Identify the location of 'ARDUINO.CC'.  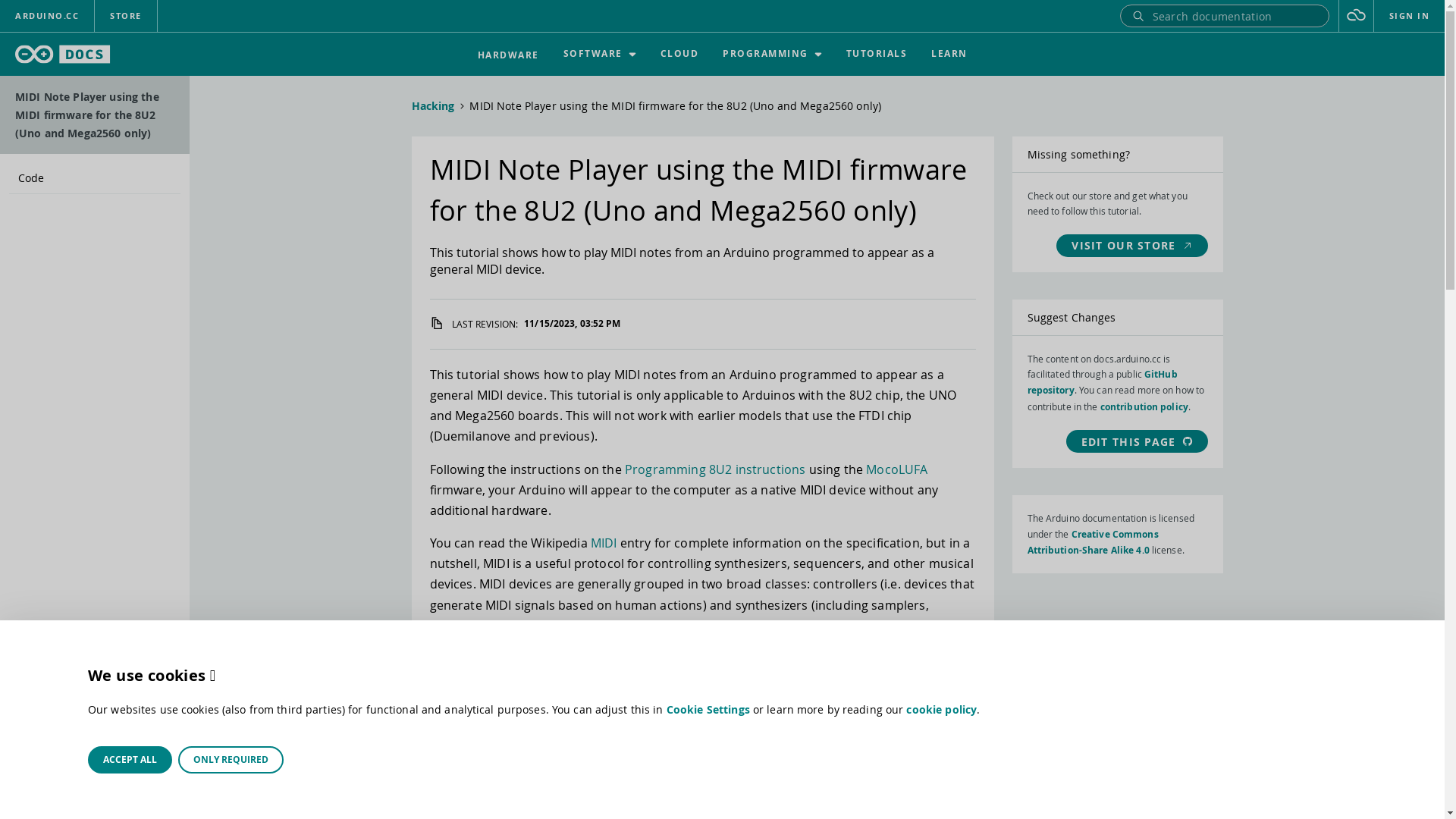
(0, 15).